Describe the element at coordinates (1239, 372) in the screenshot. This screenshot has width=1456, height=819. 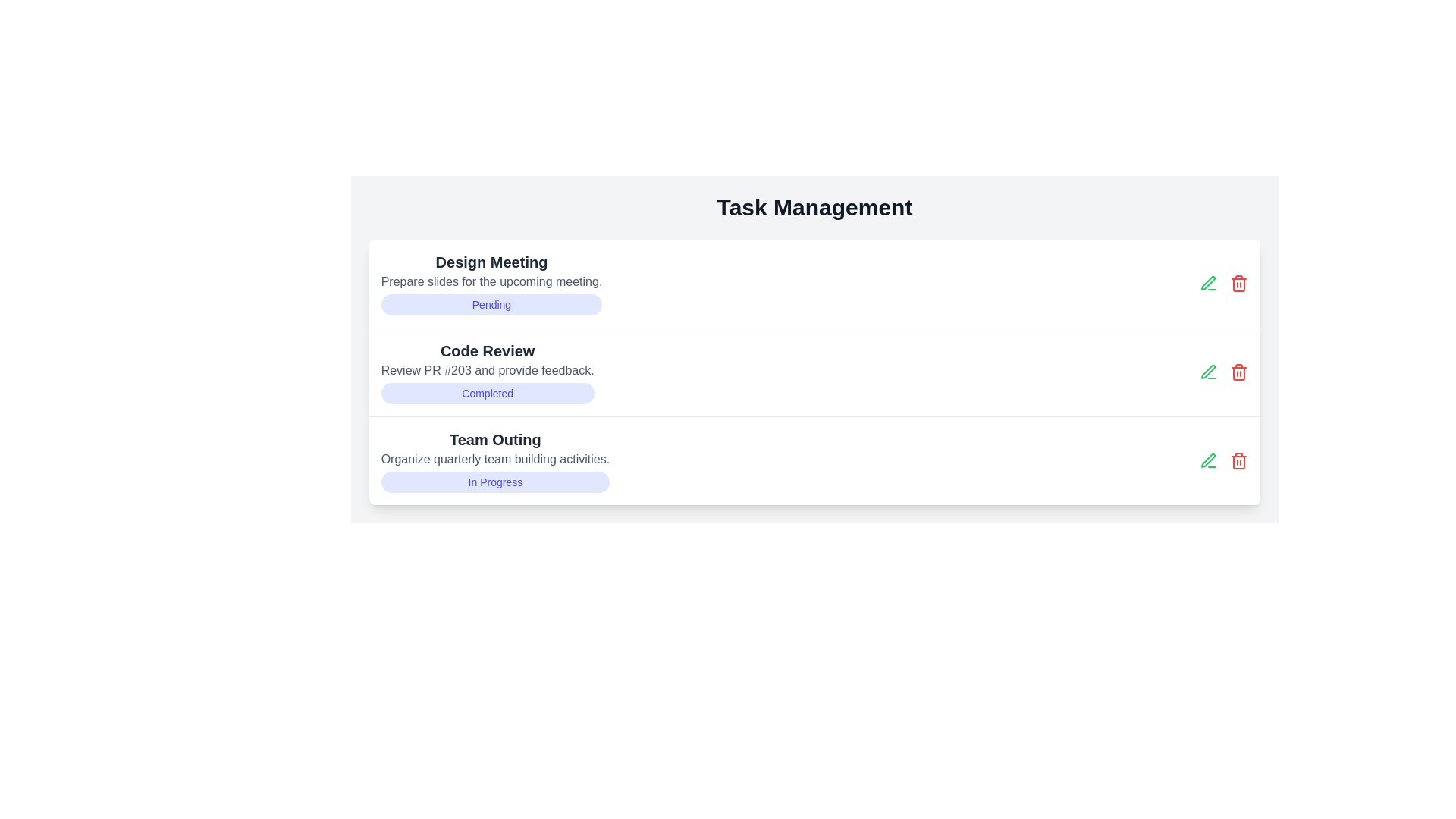
I see `the red trash bin icon used for deleting items, located on the right side of the second row` at that location.